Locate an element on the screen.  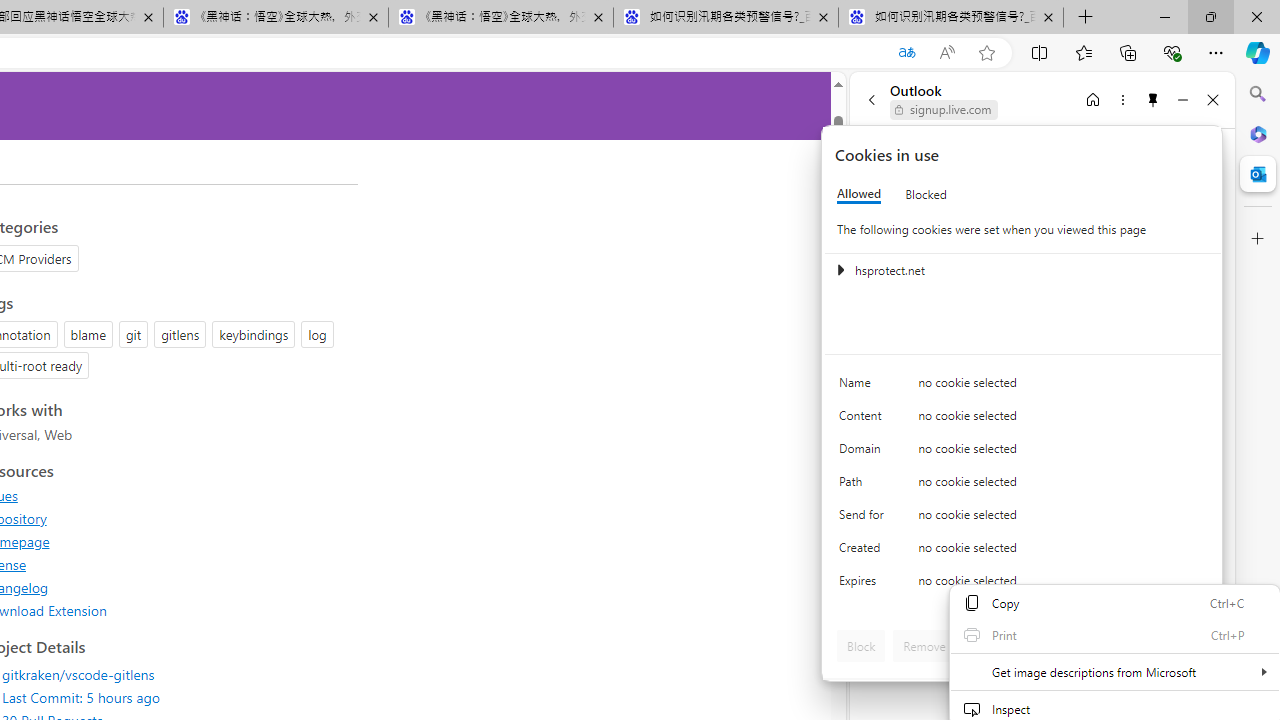
'Remove' is located at coordinates (923, 645).